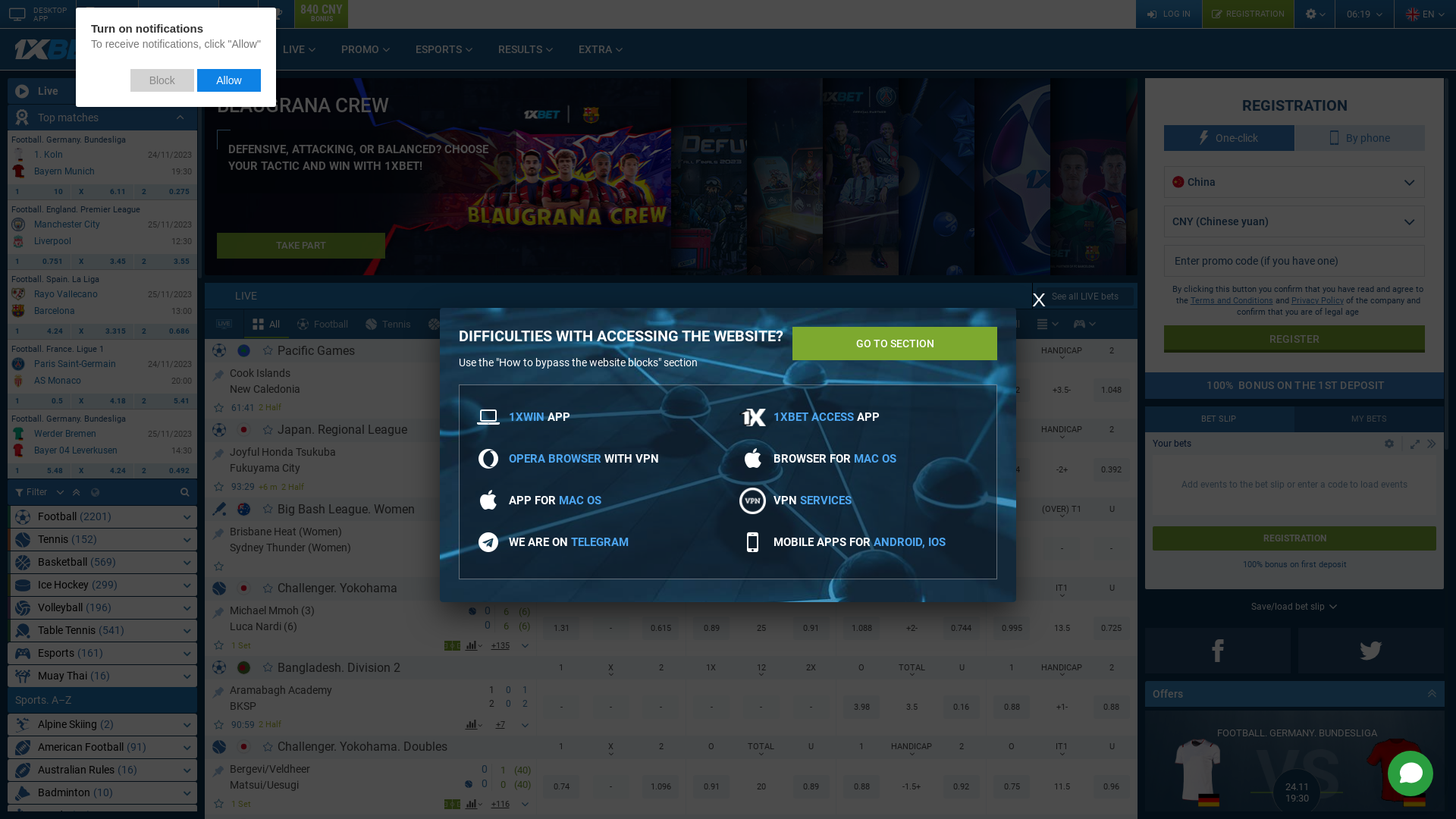  Describe the element at coordinates (18, 379) in the screenshot. I see `'AS Monaco. '` at that location.